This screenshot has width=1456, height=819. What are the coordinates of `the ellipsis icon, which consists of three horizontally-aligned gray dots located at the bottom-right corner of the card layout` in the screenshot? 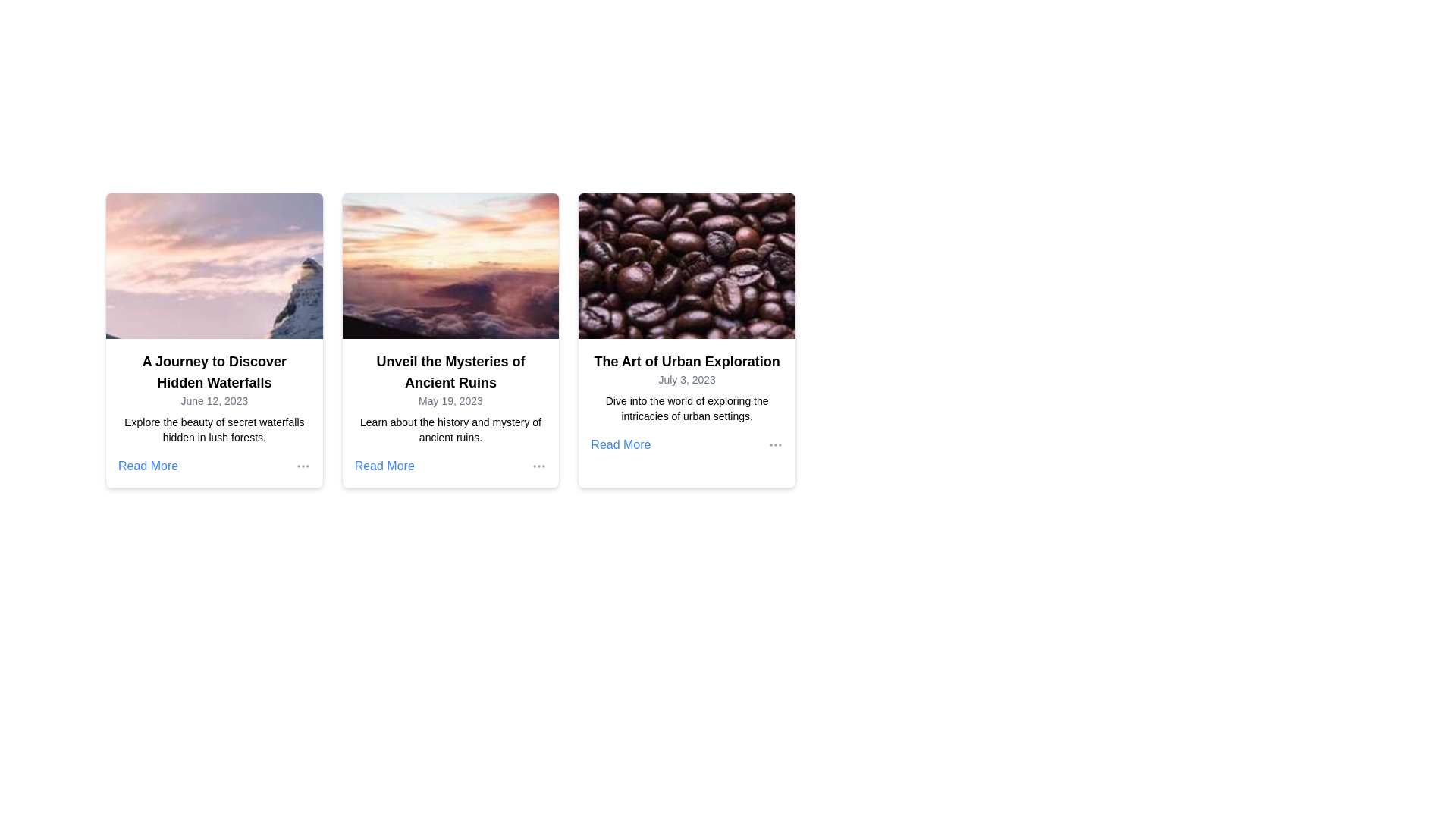 It's located at (303, 465).